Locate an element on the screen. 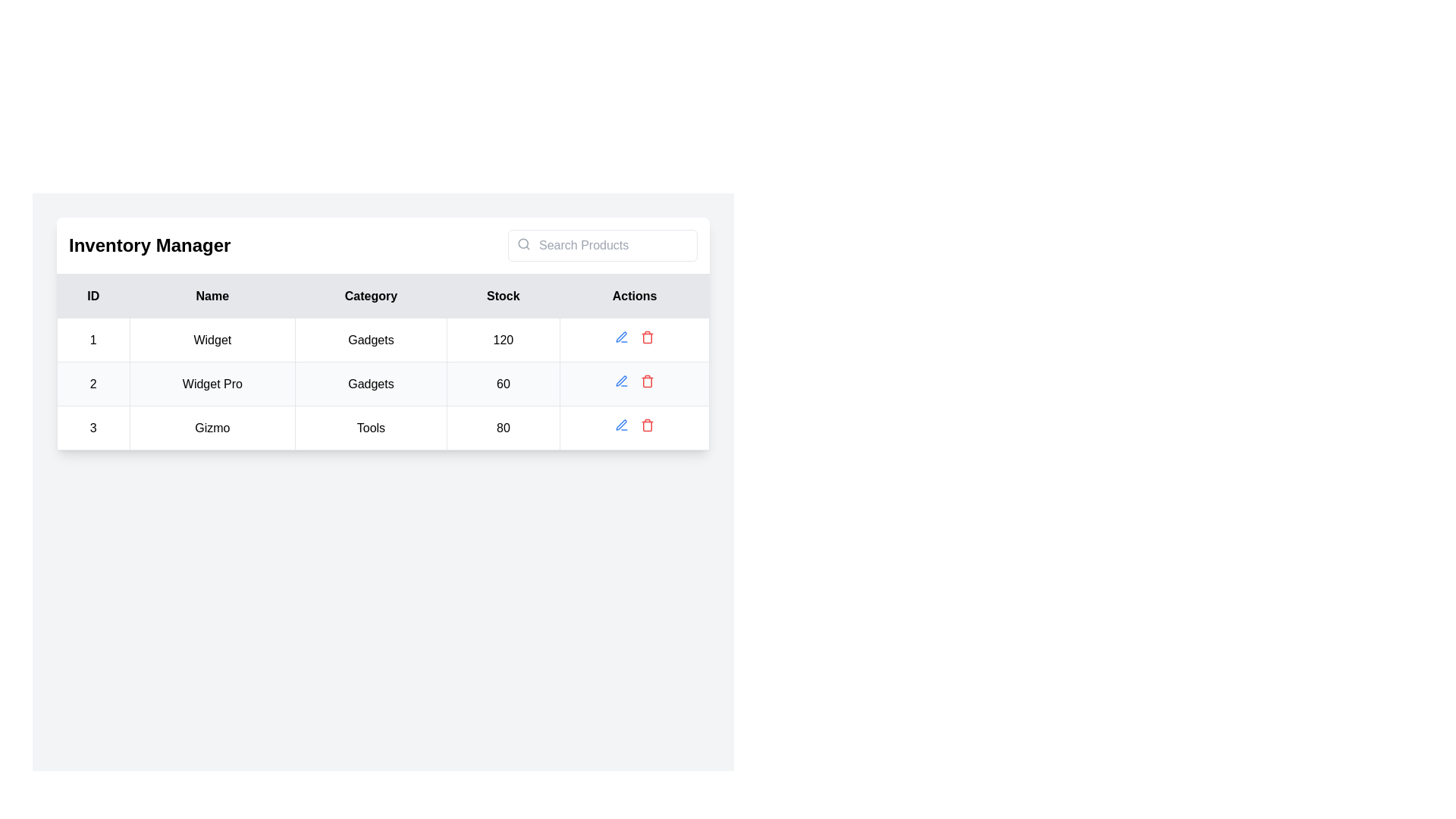 This screenshot has width=1456, height=819. the delete icon button represented as a trash bin, which is red in color and located in the 'Actions' column of the second row of the table is located at coordinates (648, 336).